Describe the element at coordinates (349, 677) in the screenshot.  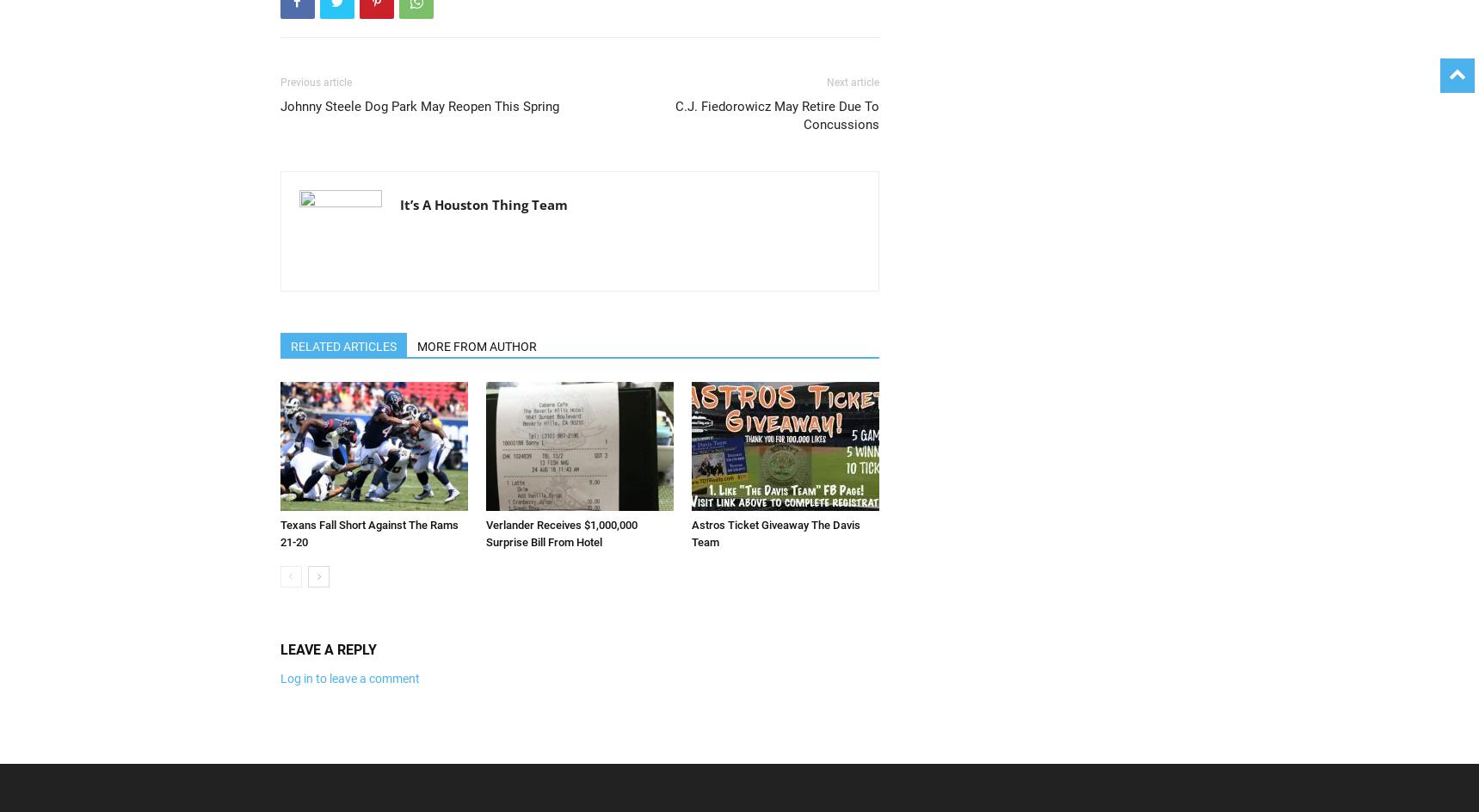
I see `'Log in to leave a comment'` at that location.